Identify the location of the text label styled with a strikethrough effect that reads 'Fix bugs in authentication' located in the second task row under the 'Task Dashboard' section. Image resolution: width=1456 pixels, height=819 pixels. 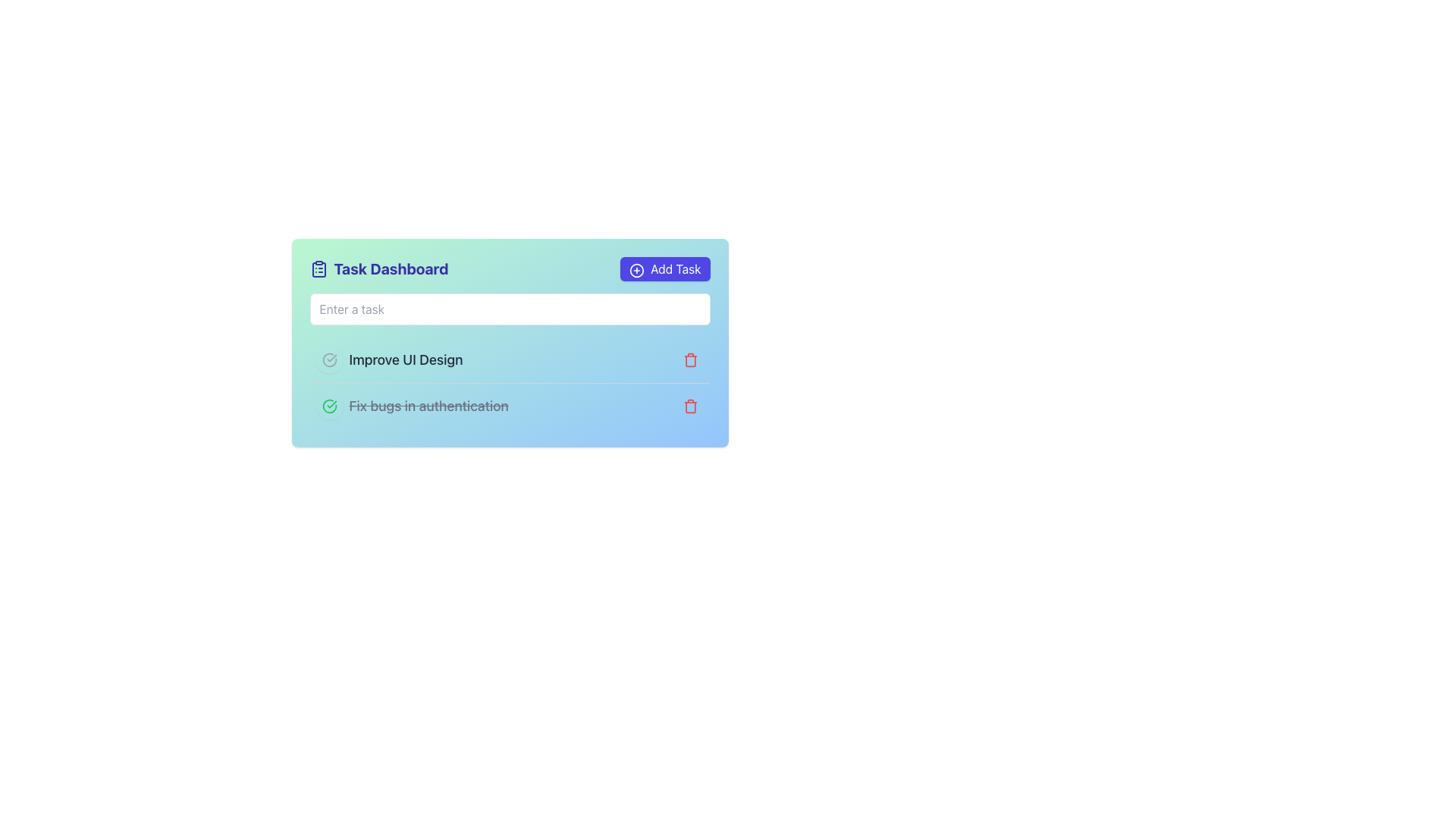
(428, 406).